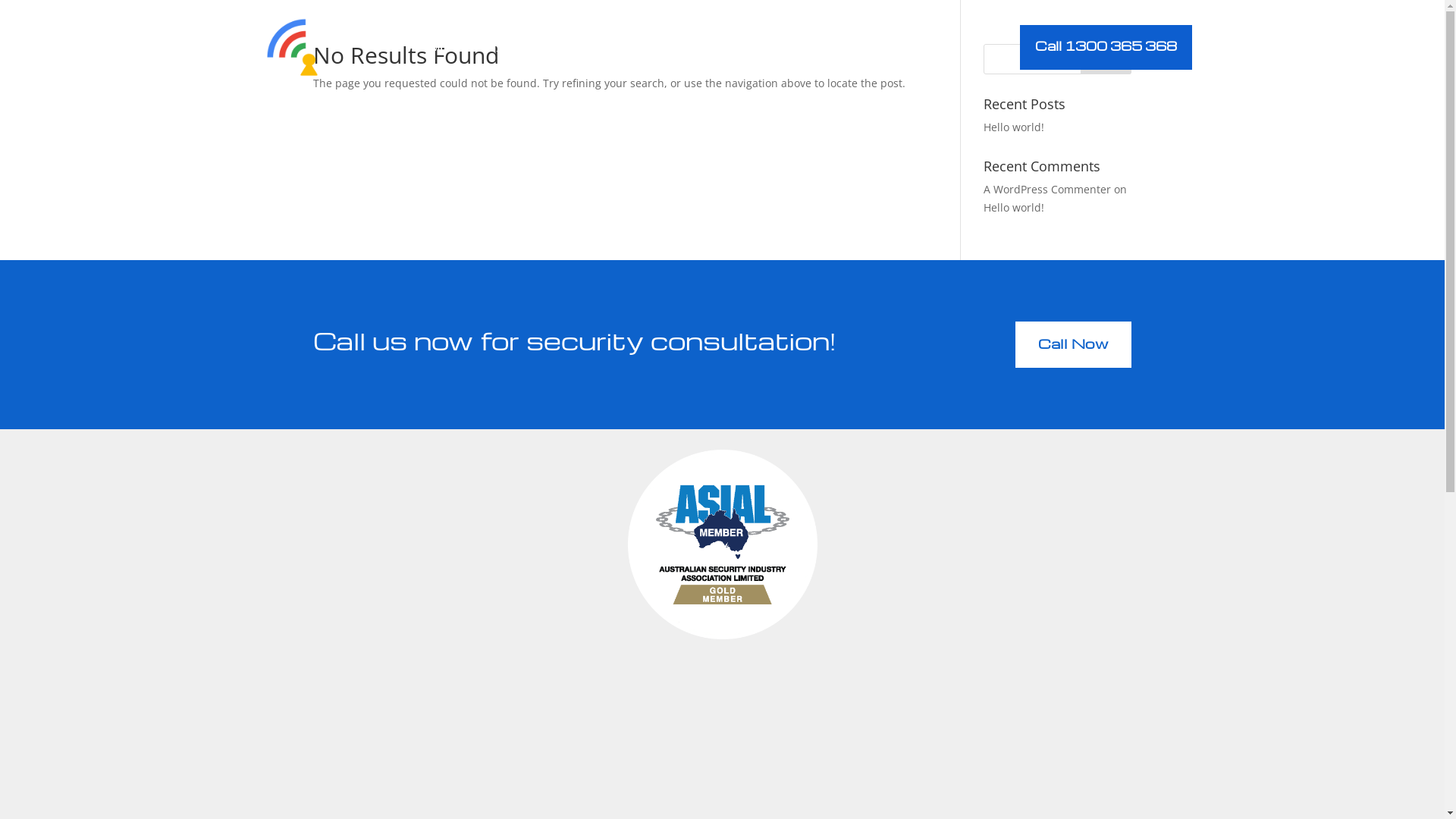  What do you see at coordinates (1106, 46) in the screenshot?
I see `'Call 1300 365 368'` at bounding box center [1106, 46].